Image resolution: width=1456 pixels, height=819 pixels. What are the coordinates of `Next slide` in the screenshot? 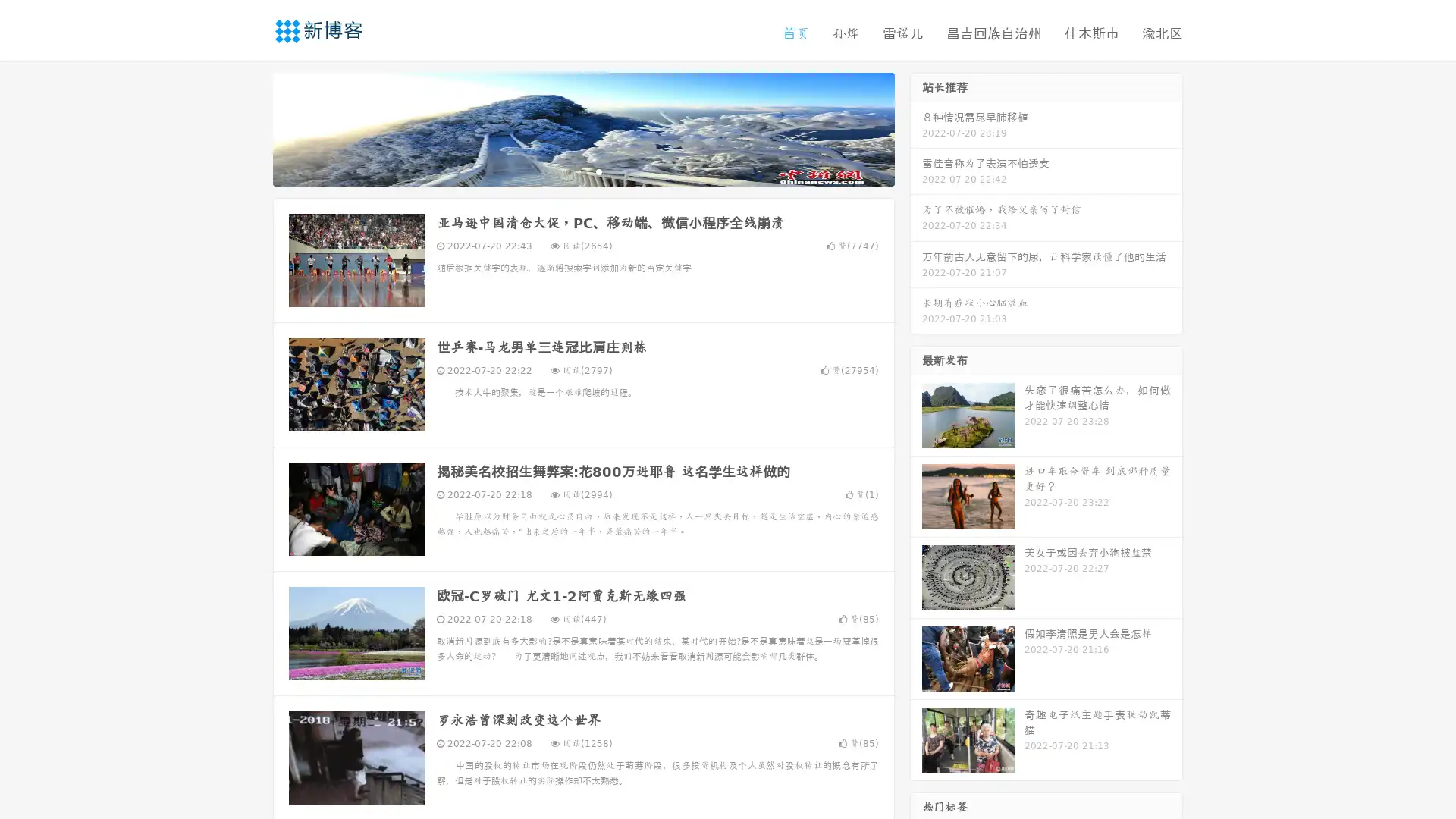 It's located at (916, 127).